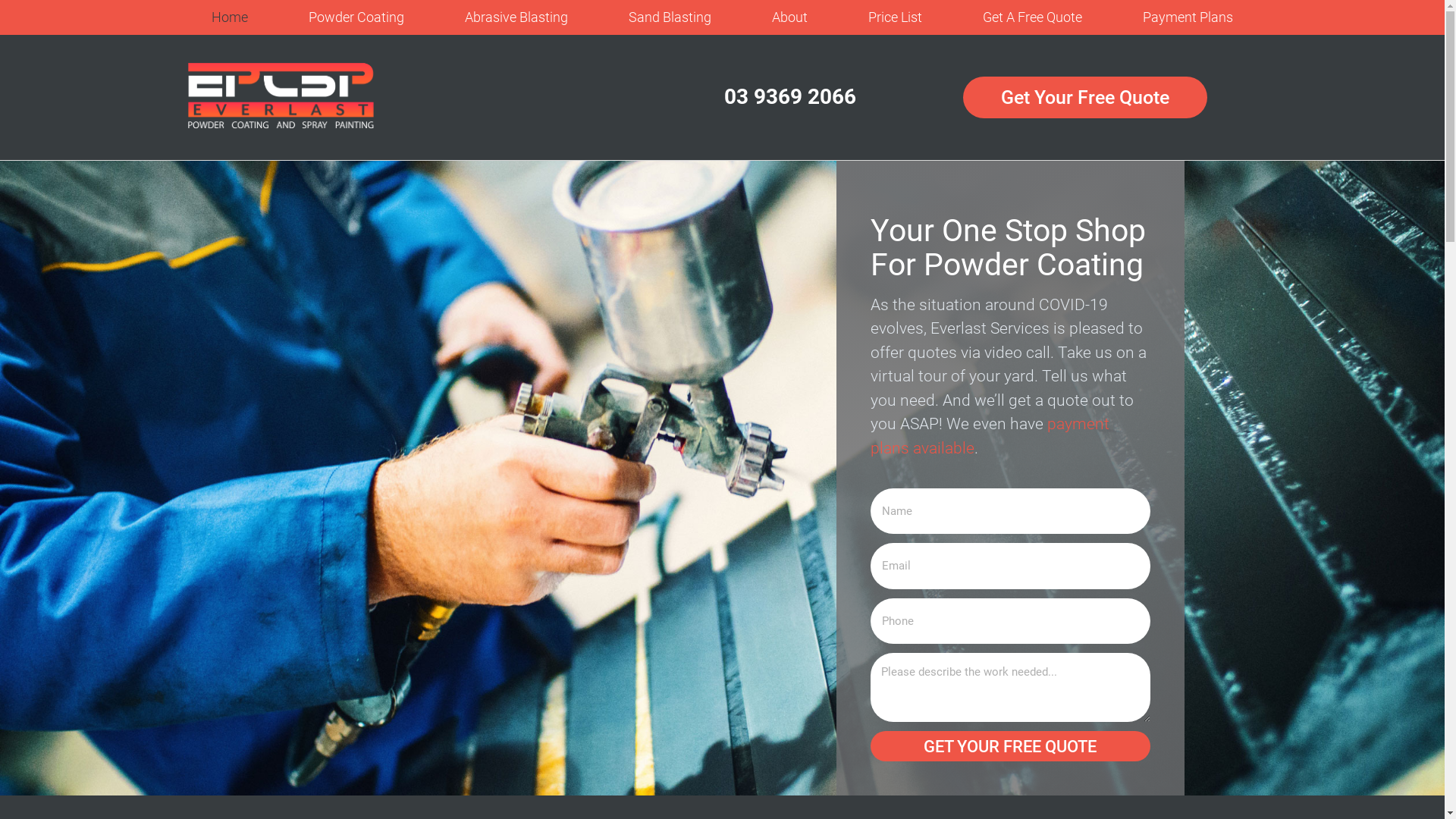 This screenshot has height=819, width=1456. What do you see at coordinates (1112, 17) in the screenshot?
I see `'Payment Plans'` at bounding box center [1112, 17].